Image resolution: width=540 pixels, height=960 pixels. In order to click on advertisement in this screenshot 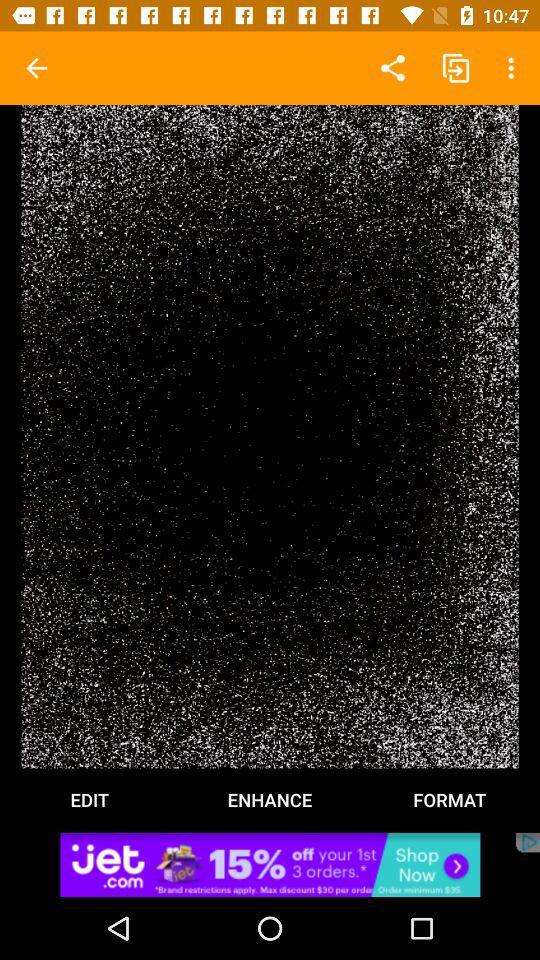, I will do `click(270, 863)`.